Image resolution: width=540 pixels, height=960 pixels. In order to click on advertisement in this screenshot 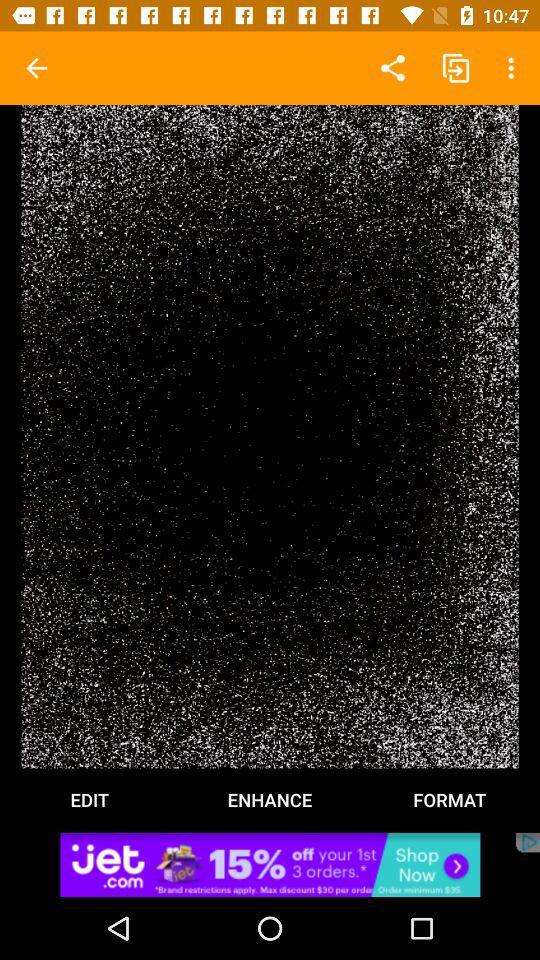, I will do `click(270, 863)`.